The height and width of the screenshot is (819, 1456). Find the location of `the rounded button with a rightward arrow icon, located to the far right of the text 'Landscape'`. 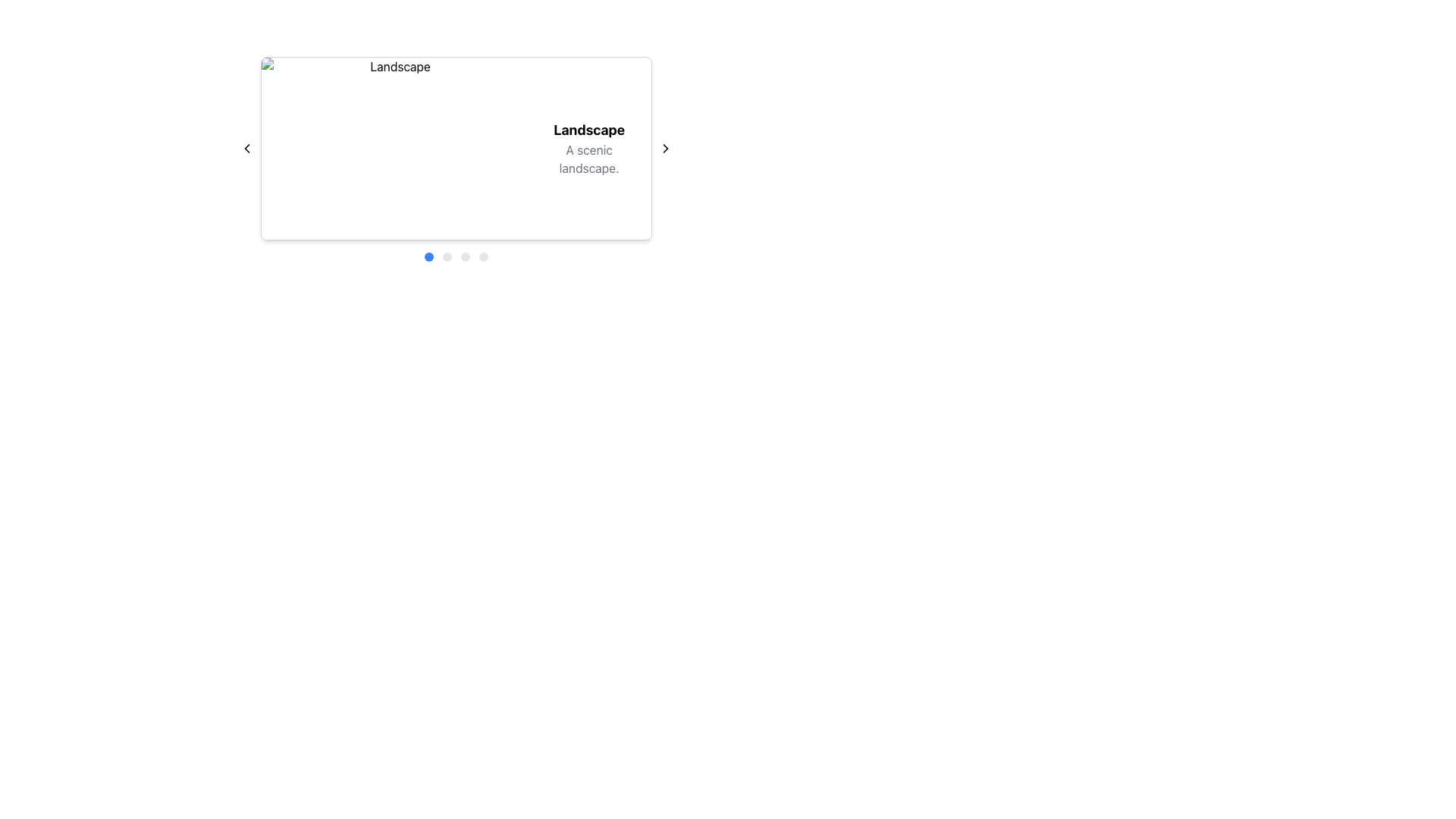

the rounded button with a rightward arrow icon, located to the far right of the text 'Landscape' is located at coordinates (666, 149).